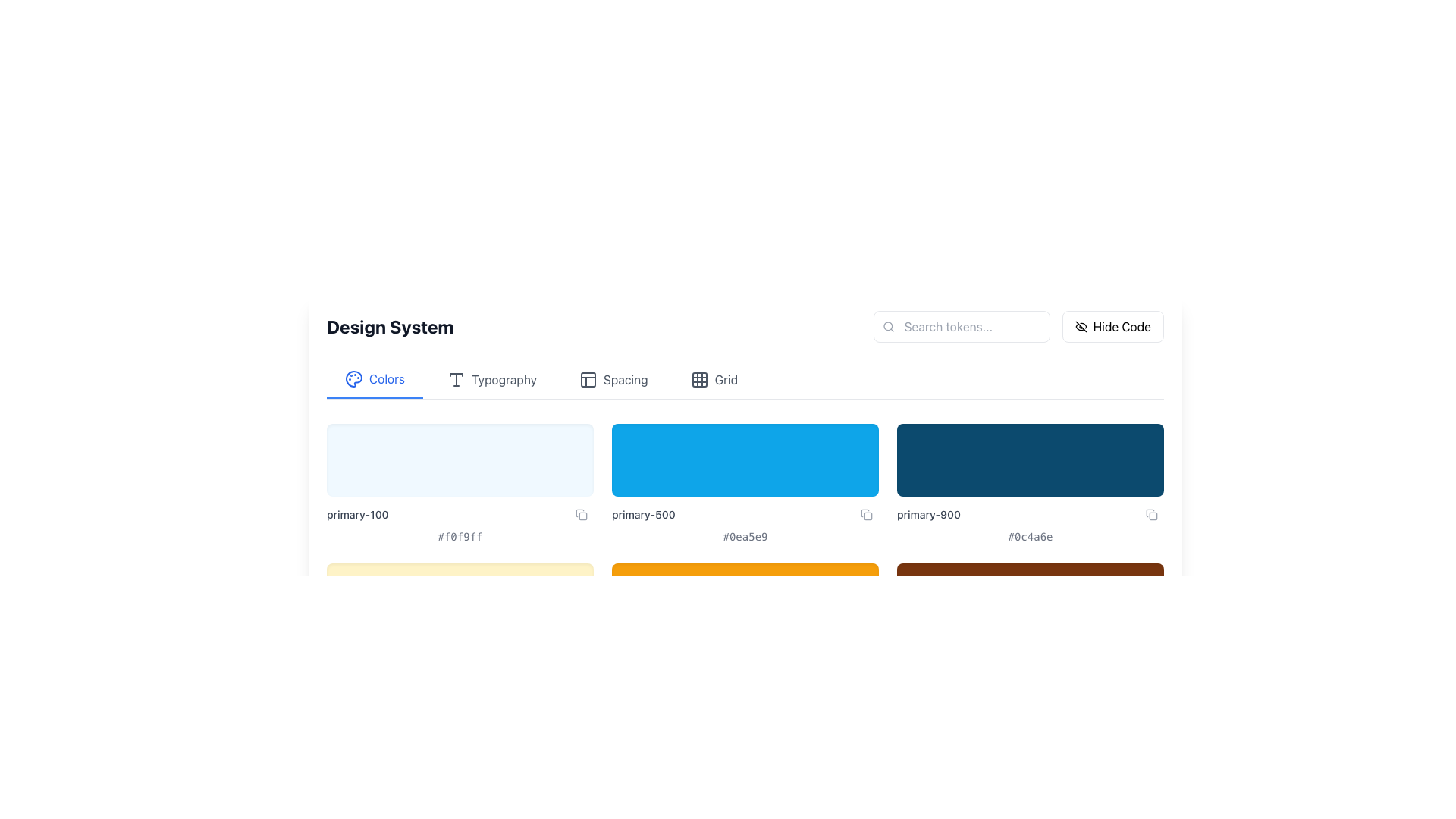 This screenshot has height=819, width=1456. I want to click on the grid icon located in the top-right area of the interface within the navigation bar, so click(698, 379).